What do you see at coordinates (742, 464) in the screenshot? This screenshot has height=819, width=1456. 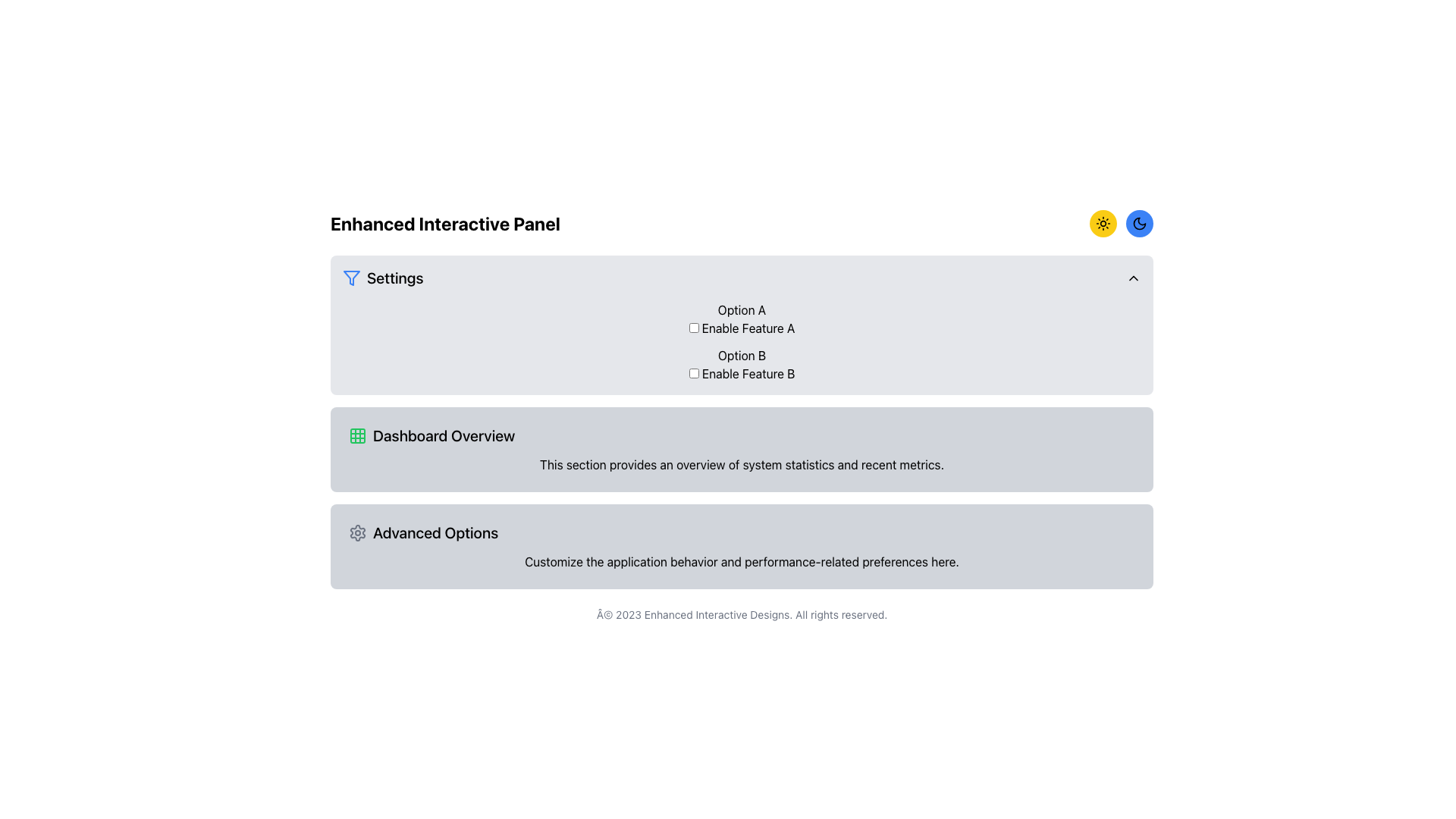 I see `the text label displaying 'This section provides an overview of system statistics and recent metrics.' located beneath the title in the 'Dashboard Overview' section` at bounding box center [742, 464].